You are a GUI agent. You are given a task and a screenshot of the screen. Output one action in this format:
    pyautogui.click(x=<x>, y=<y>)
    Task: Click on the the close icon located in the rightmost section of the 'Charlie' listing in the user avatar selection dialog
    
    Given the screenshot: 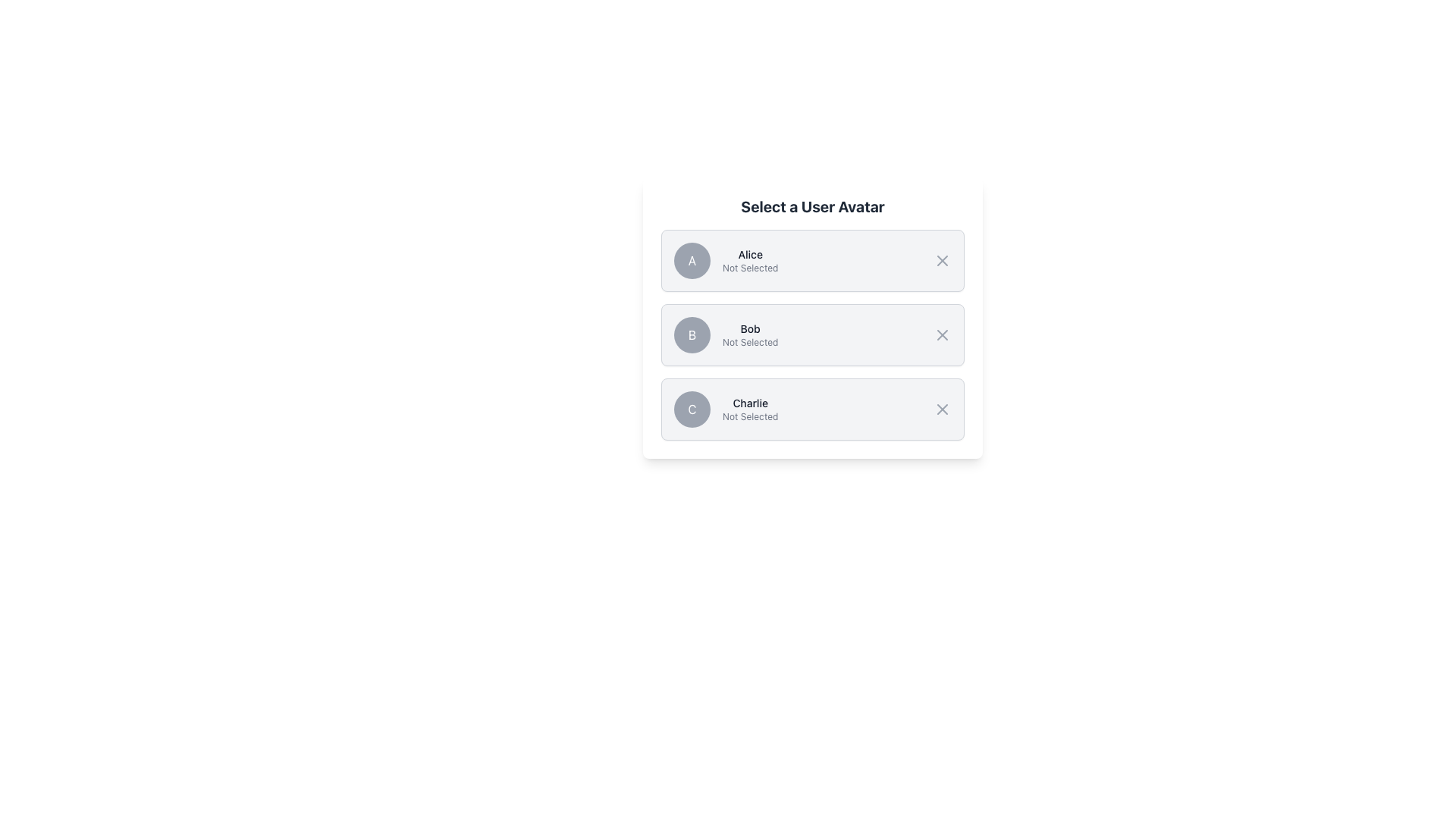 What is the action you would take?
    pyautogui.click(x=942, y=409)
    